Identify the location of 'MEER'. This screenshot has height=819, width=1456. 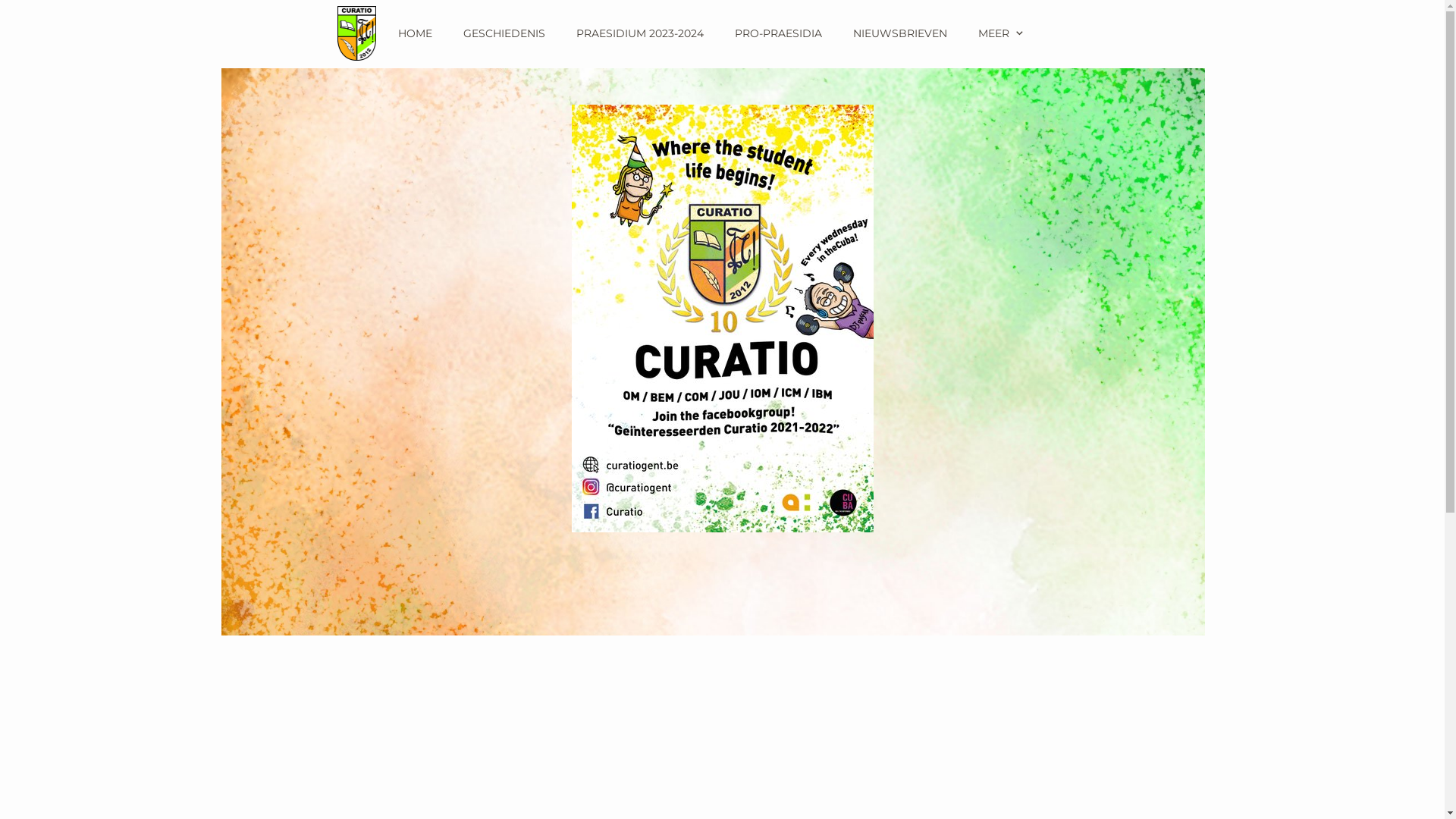
(1002, 33).